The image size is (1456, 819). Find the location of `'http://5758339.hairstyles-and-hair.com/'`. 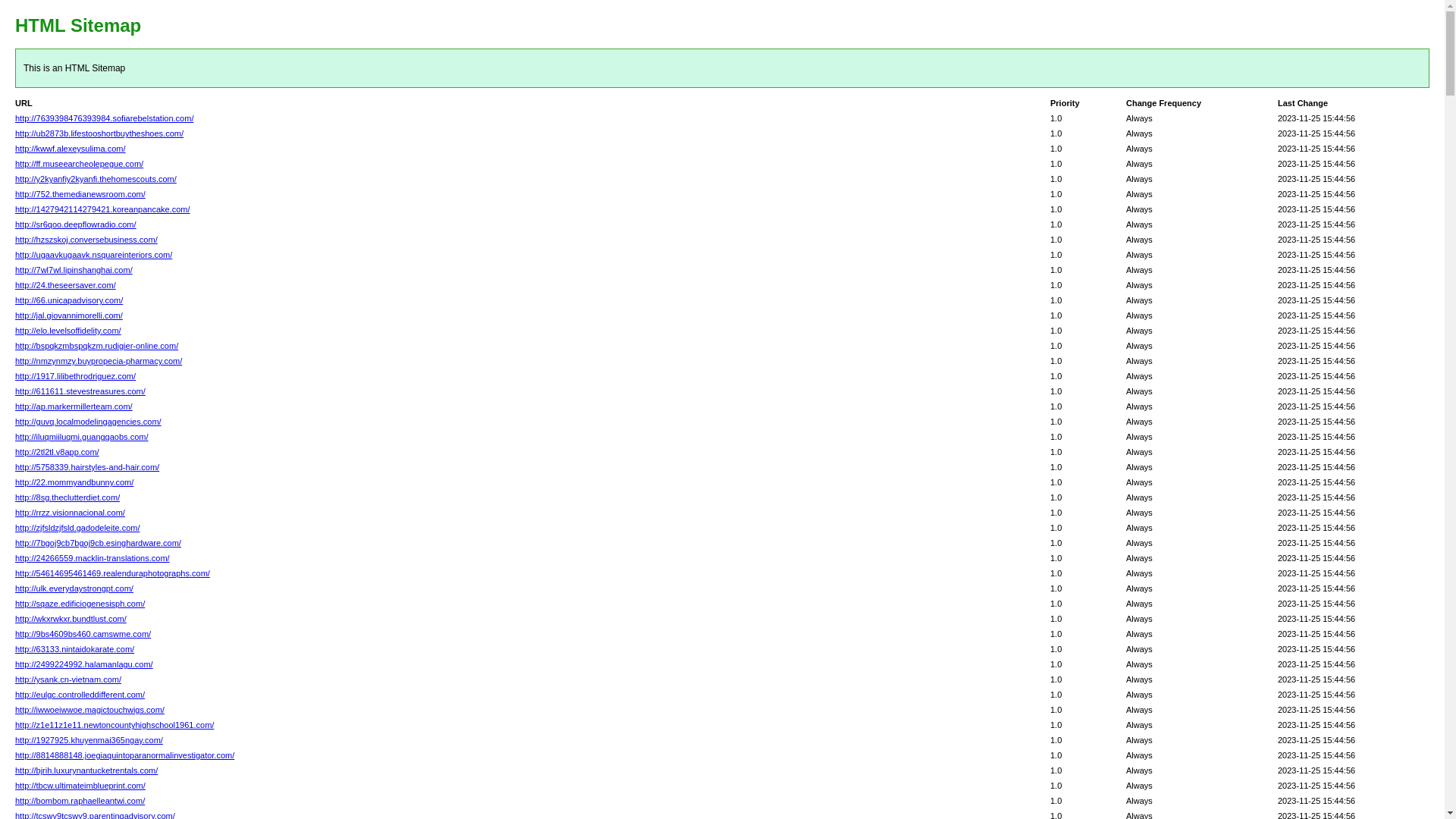

'http://5758339.hairstyles-and-hair.com/' is located at coordinates (86, 466).